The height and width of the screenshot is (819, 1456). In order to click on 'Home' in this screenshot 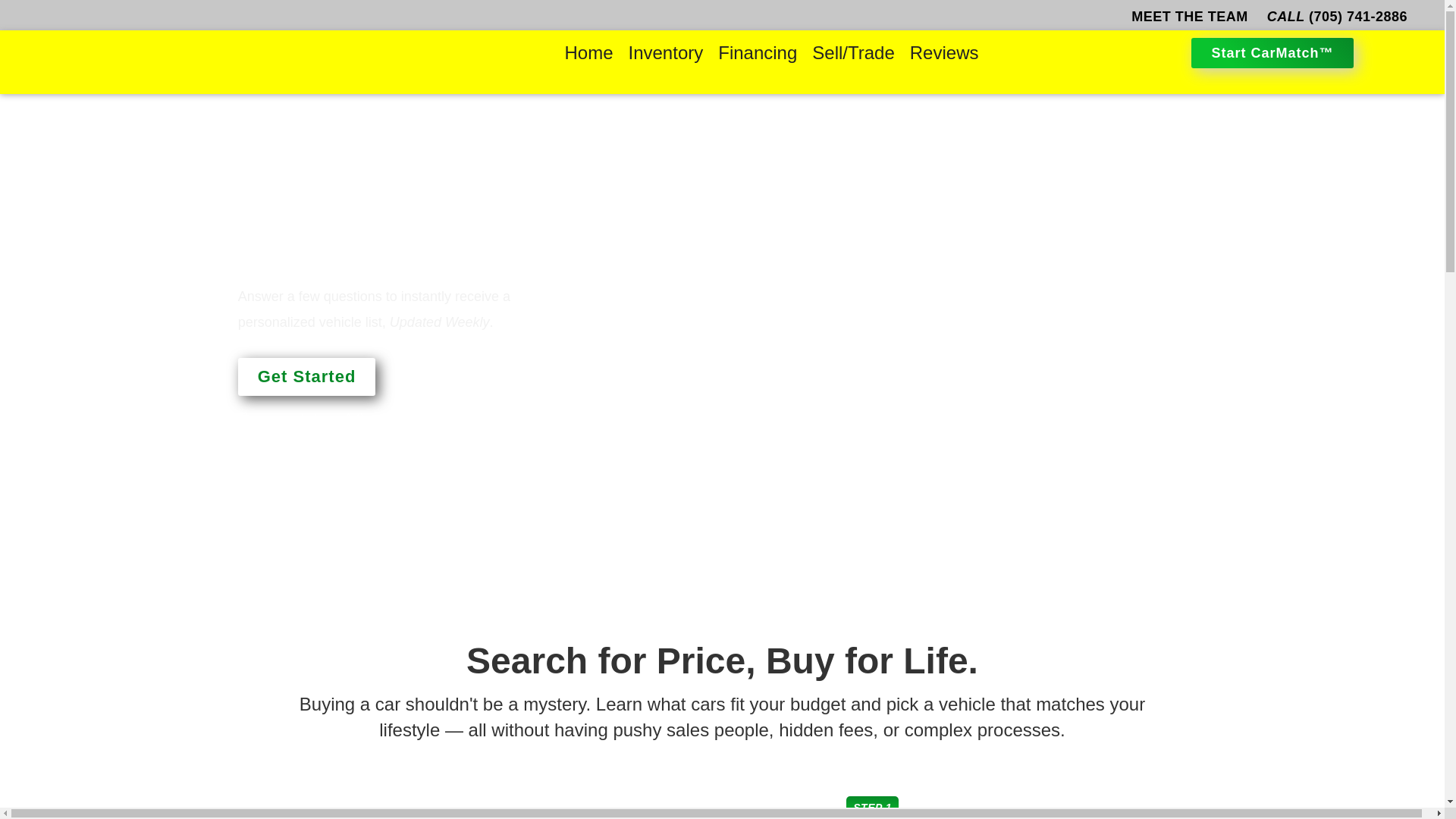, I will do `click(588, 52)`.